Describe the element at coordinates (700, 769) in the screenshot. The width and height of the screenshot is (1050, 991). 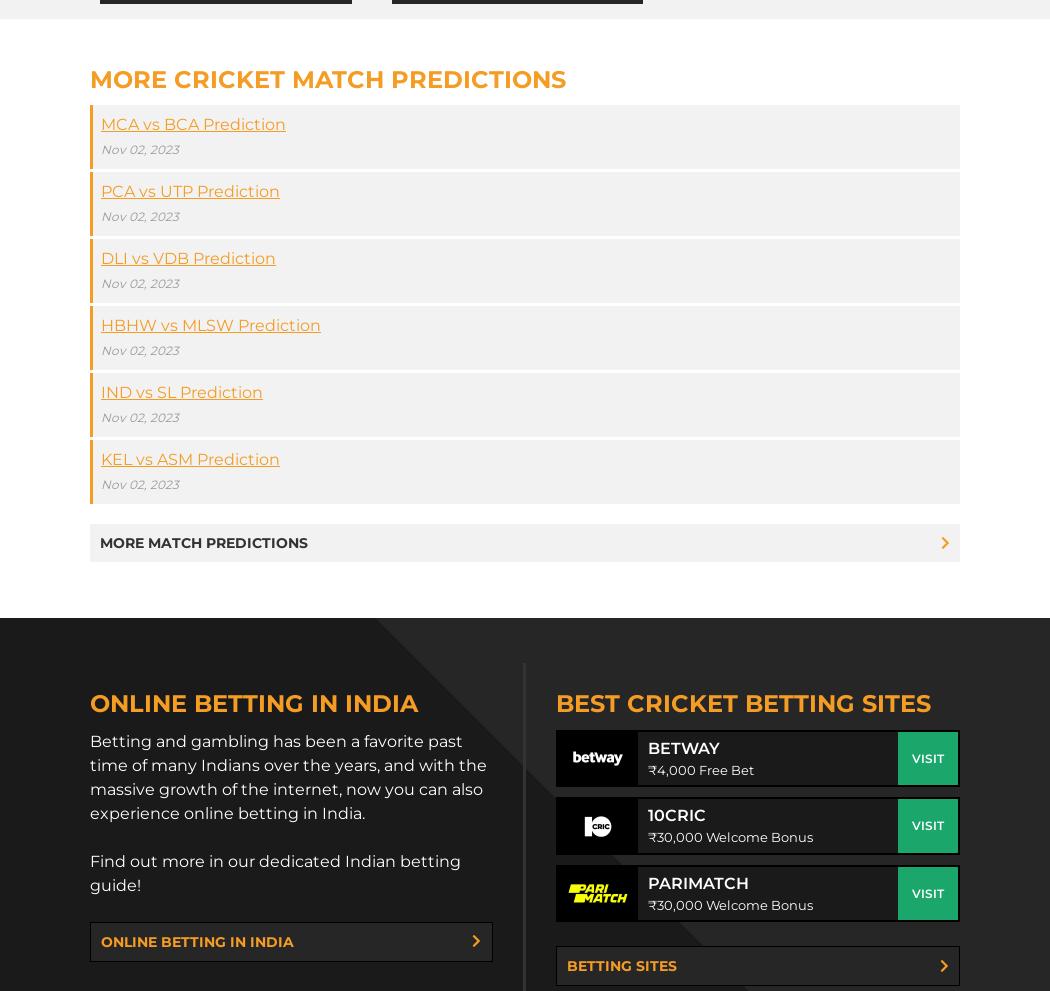
I see `'₹4,000 Free Bet'` at that location.